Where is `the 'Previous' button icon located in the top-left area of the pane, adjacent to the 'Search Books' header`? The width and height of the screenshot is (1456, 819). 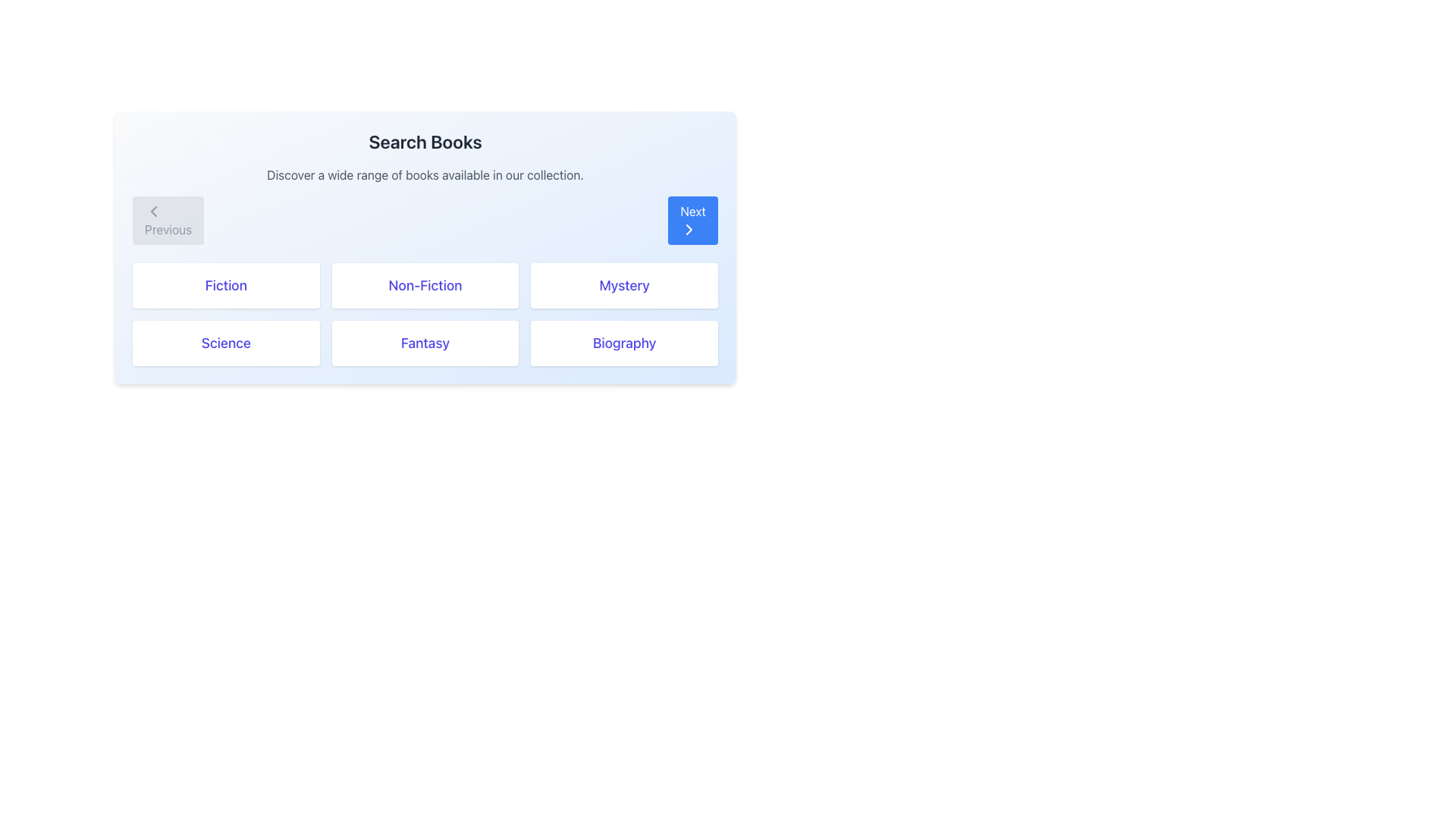 the 'Previous' button icon located in the top-left area of the pane, adjacent to the 'Search Books' header is located at coordinates (153, 211).